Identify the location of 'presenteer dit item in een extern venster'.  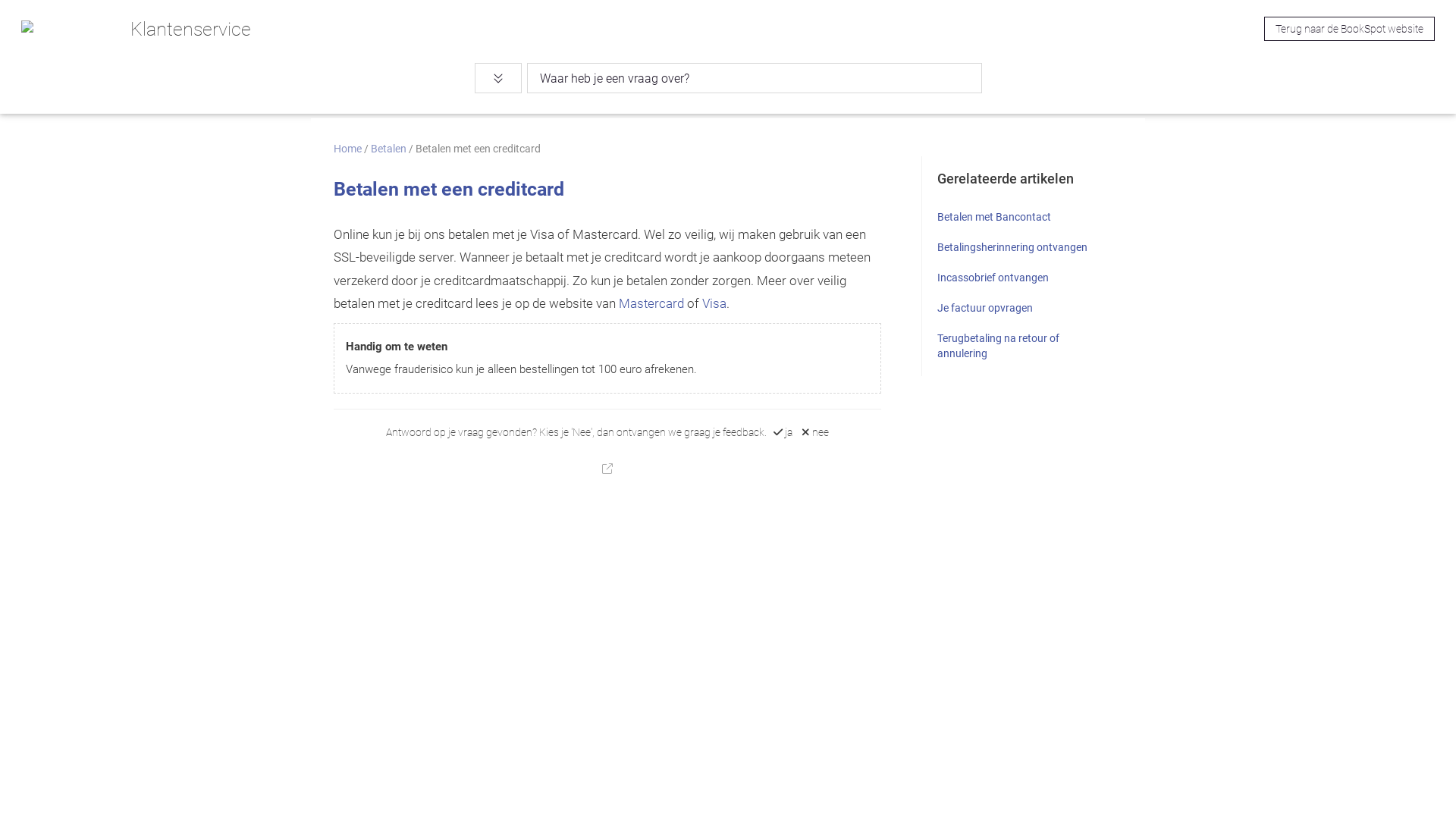
(607, 467).